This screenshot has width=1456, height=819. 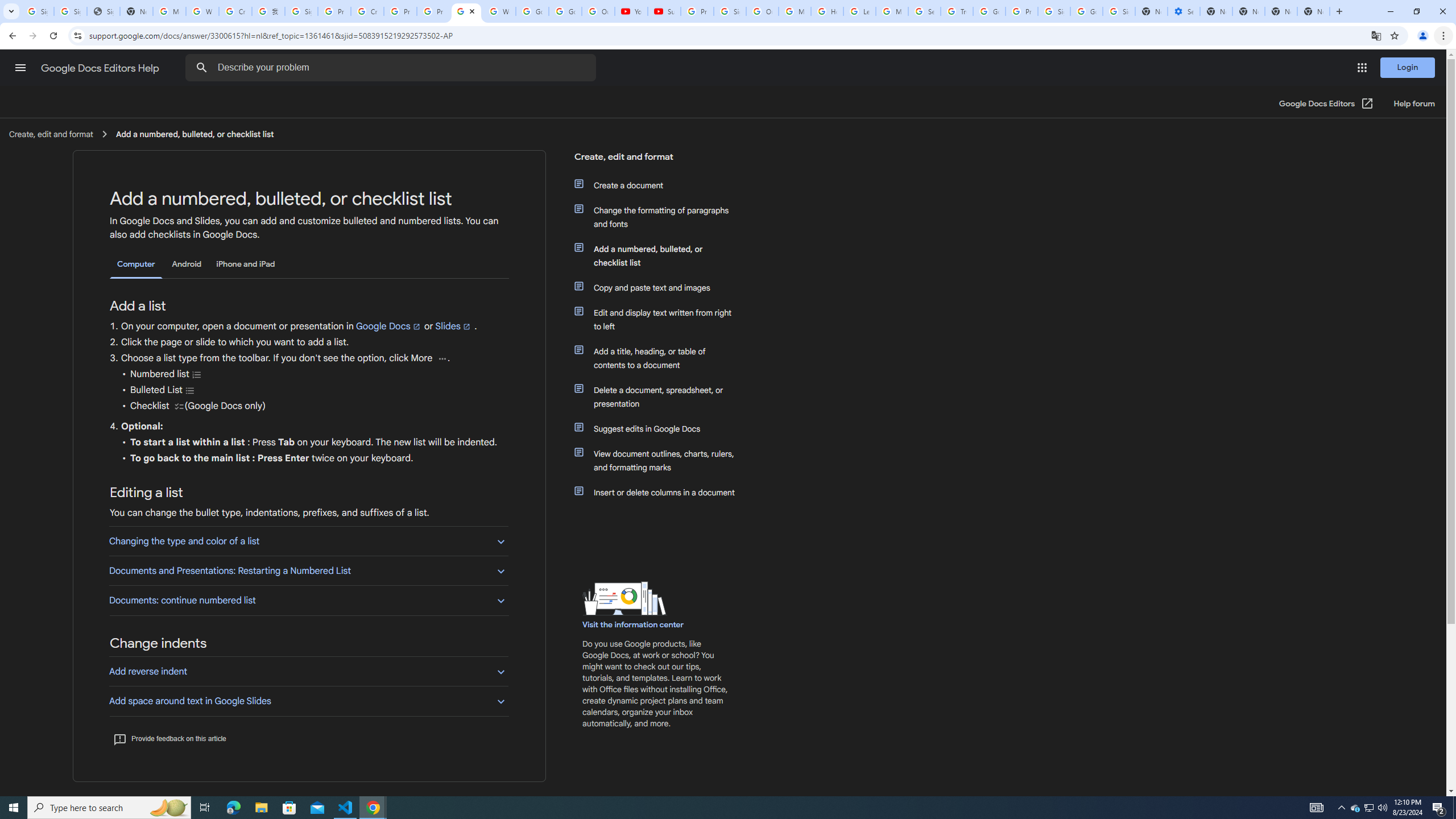 What do you see at coordinates (1326, 103) in the screenshot?
I see `'Google Docs Editors (Opens in new window)'` at bounding box center [1326, 103].